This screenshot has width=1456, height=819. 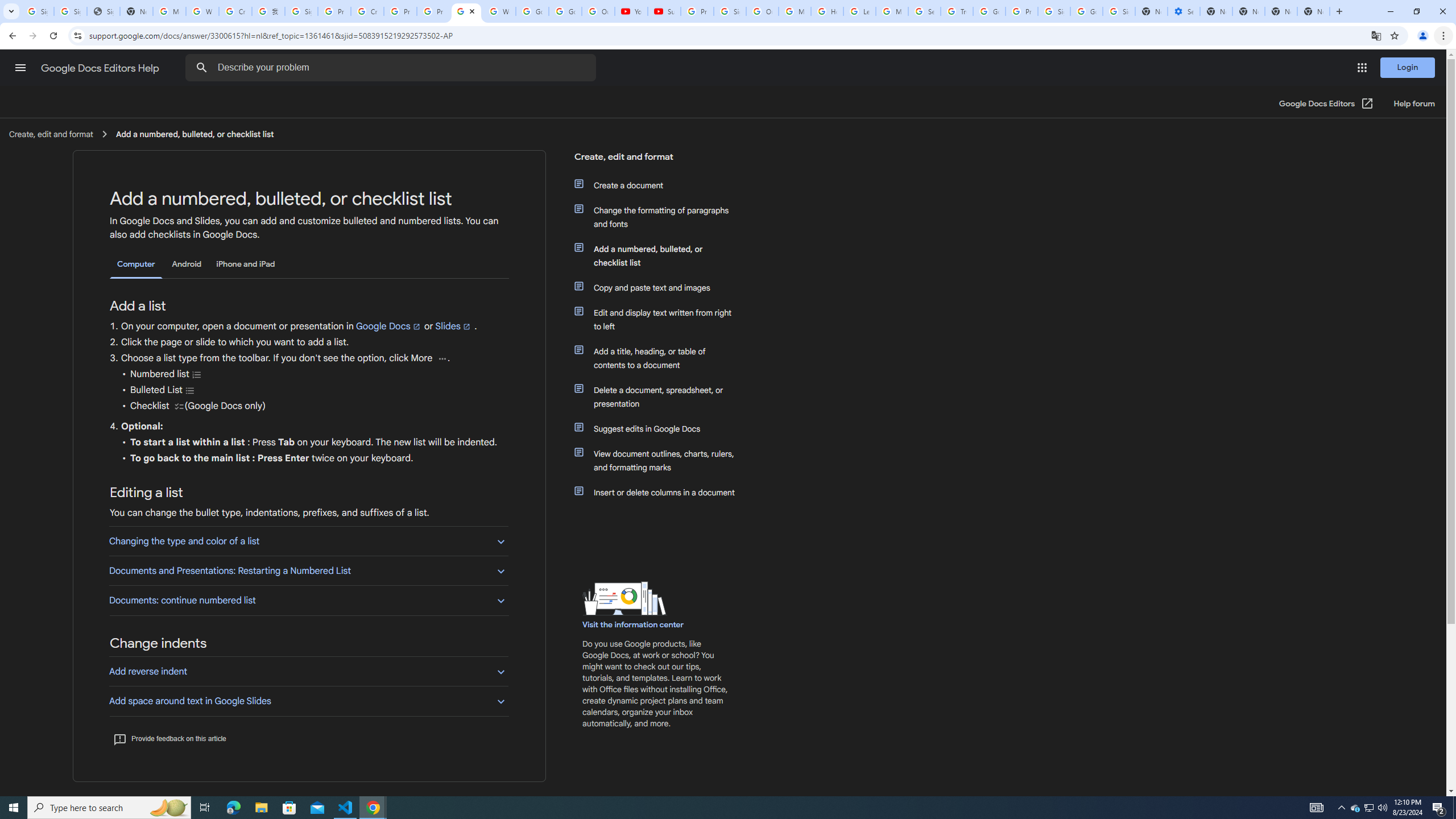 What do you see at coordinates (1326, 103) in the screenshot?
I see `'Google Docs Editors (Opens in new window)'` at bounding box center [1326, 103].